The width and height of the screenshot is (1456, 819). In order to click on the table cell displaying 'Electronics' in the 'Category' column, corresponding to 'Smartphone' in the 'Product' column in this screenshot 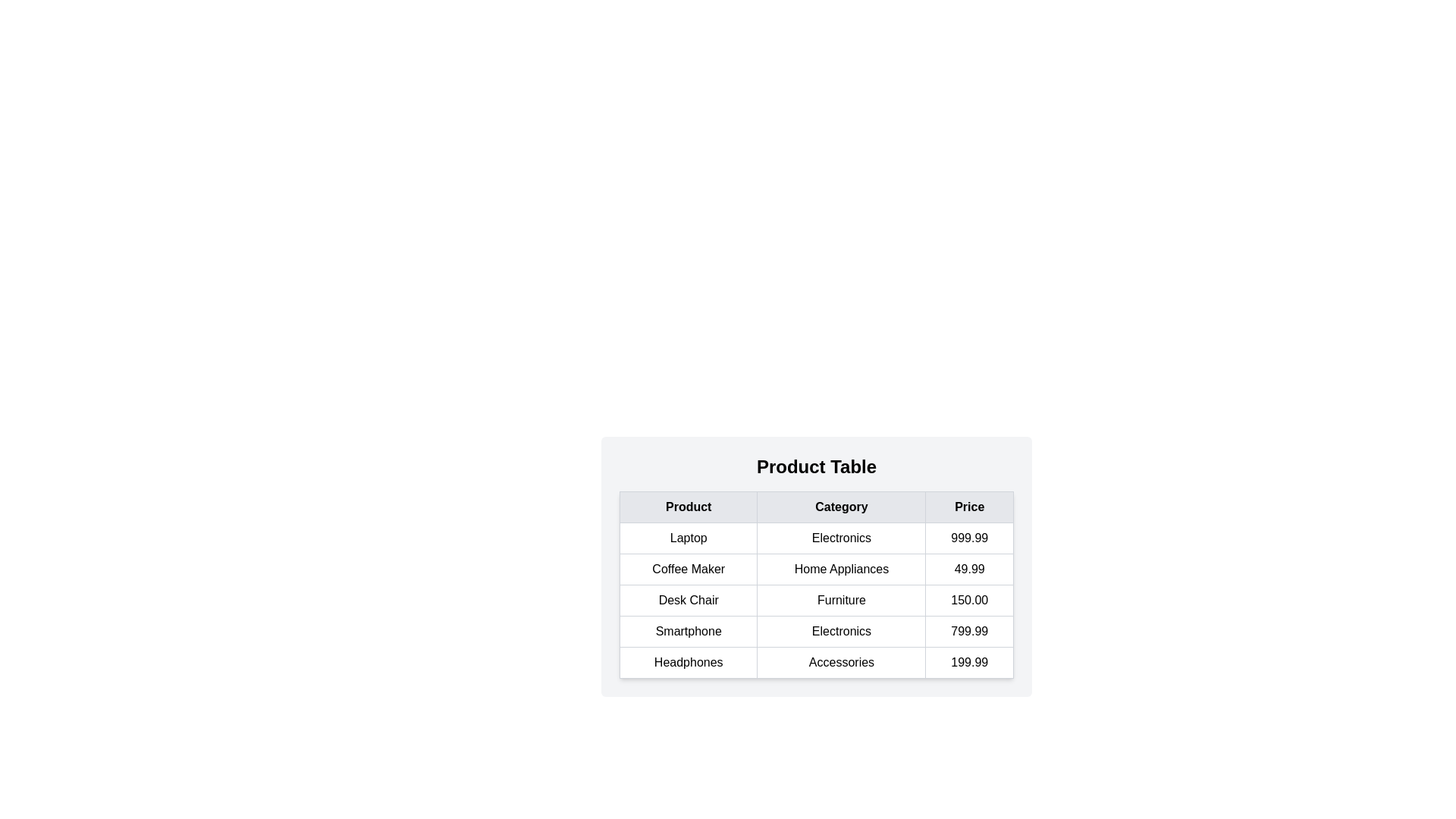, I will do `click(840, 632)`.